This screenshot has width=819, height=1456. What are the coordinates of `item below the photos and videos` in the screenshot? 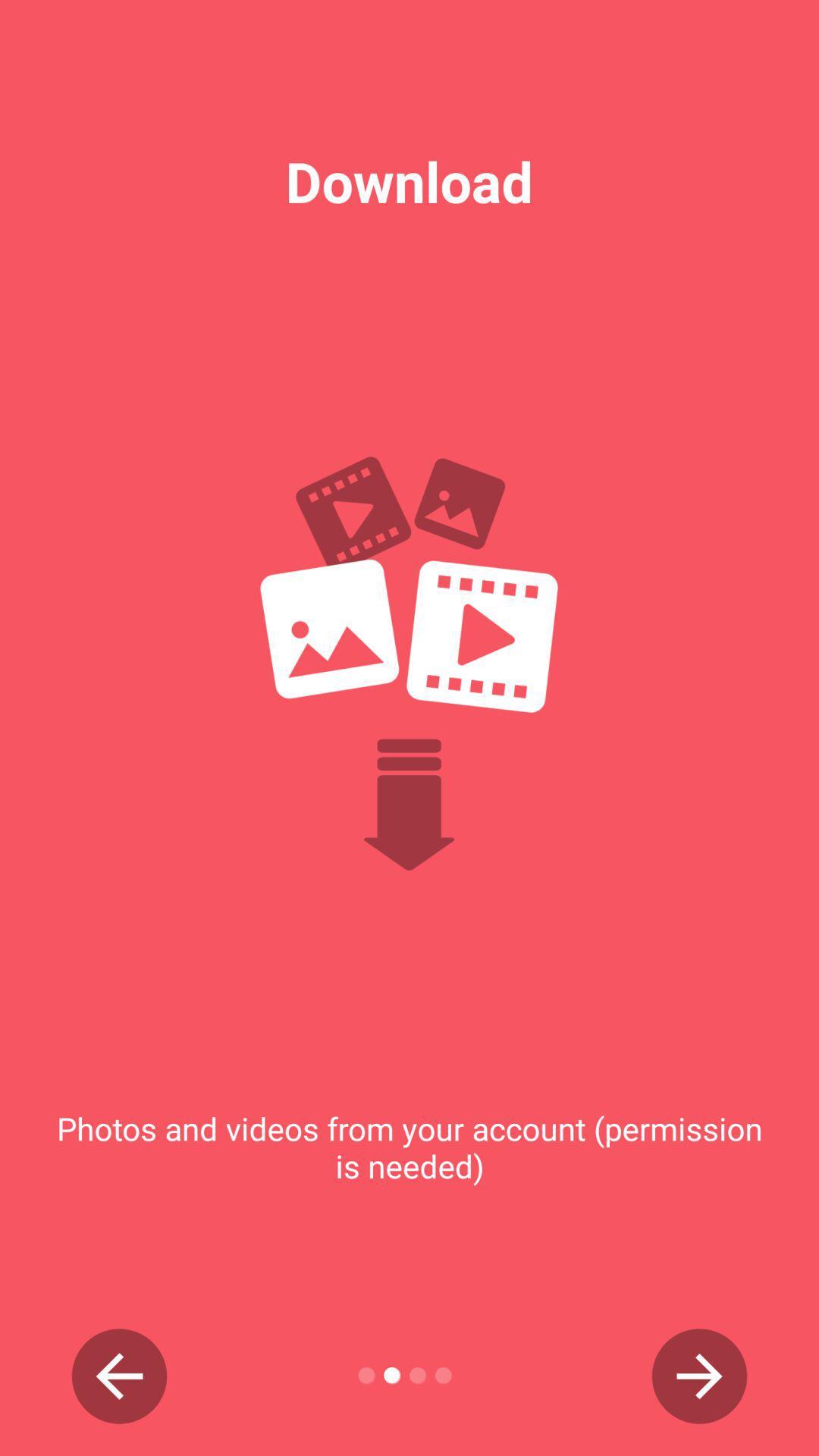 It's located at (699, 1376).